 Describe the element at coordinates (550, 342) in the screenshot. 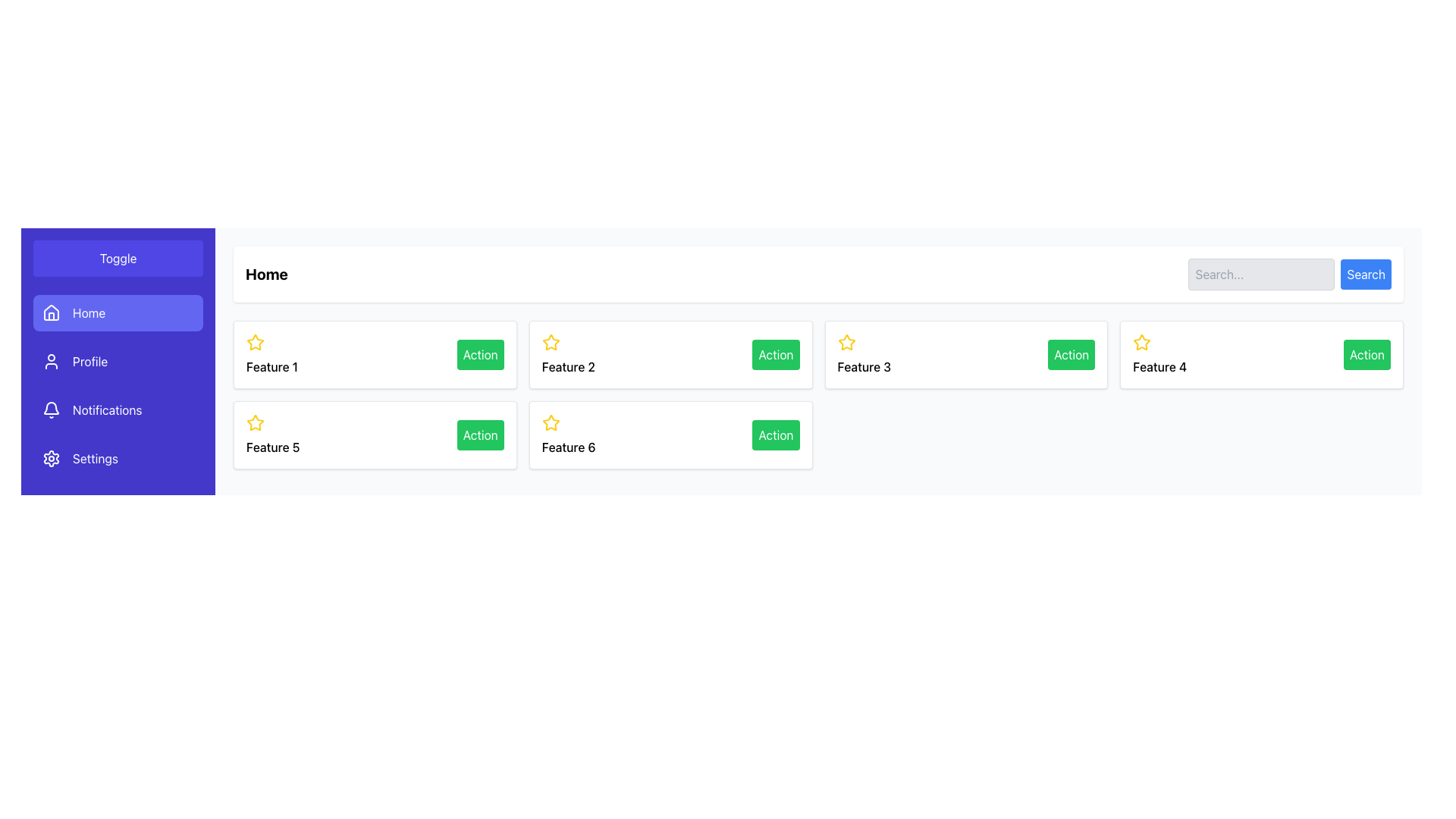

I see `the star icon with a yellow border located next to the text 'Feature 2' in the top row, second box from the left` at that location.